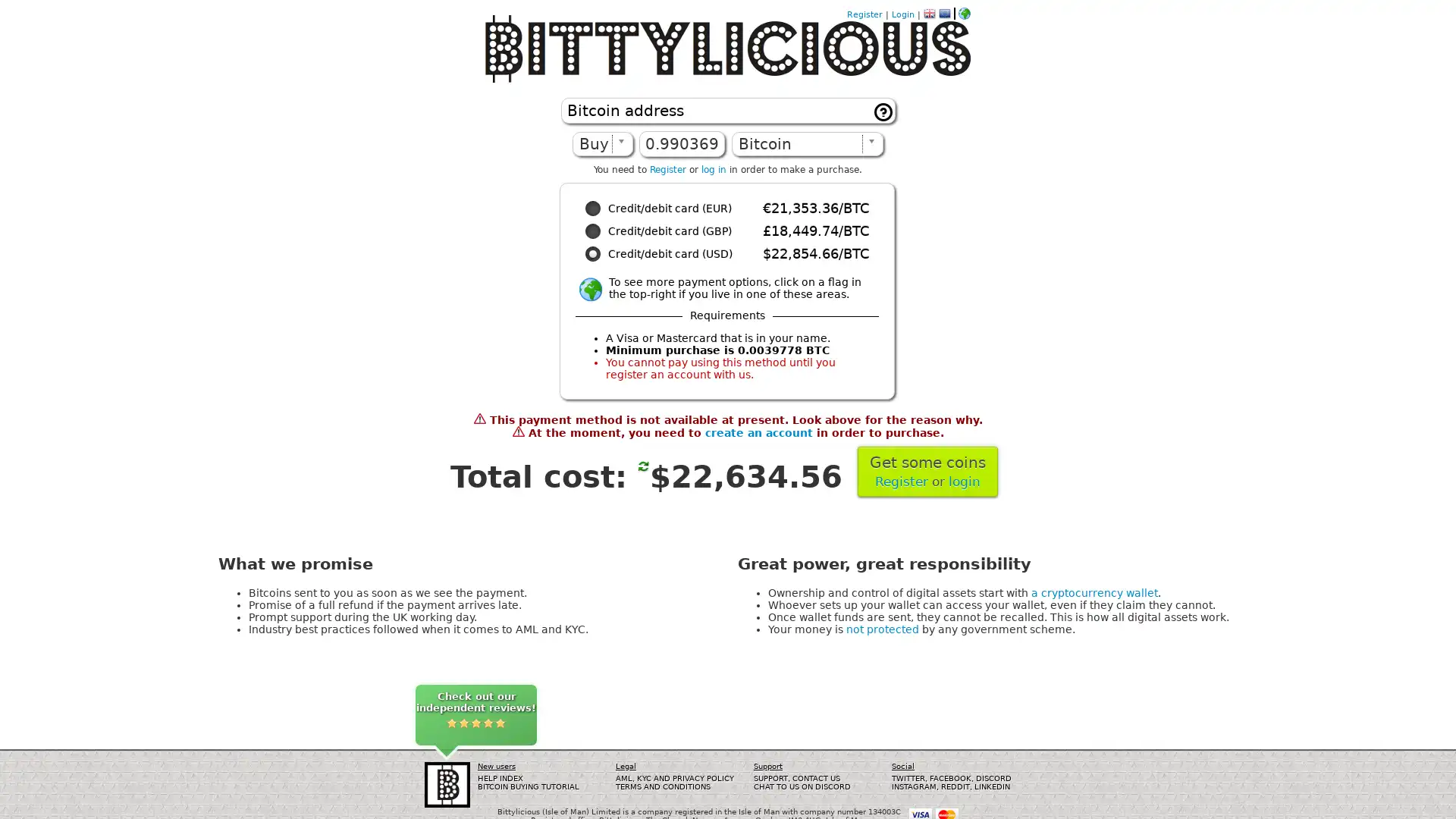  Describe the element at coordinates (927, 470) in the screenshot. I see `Get some coins Register or login` at that location.